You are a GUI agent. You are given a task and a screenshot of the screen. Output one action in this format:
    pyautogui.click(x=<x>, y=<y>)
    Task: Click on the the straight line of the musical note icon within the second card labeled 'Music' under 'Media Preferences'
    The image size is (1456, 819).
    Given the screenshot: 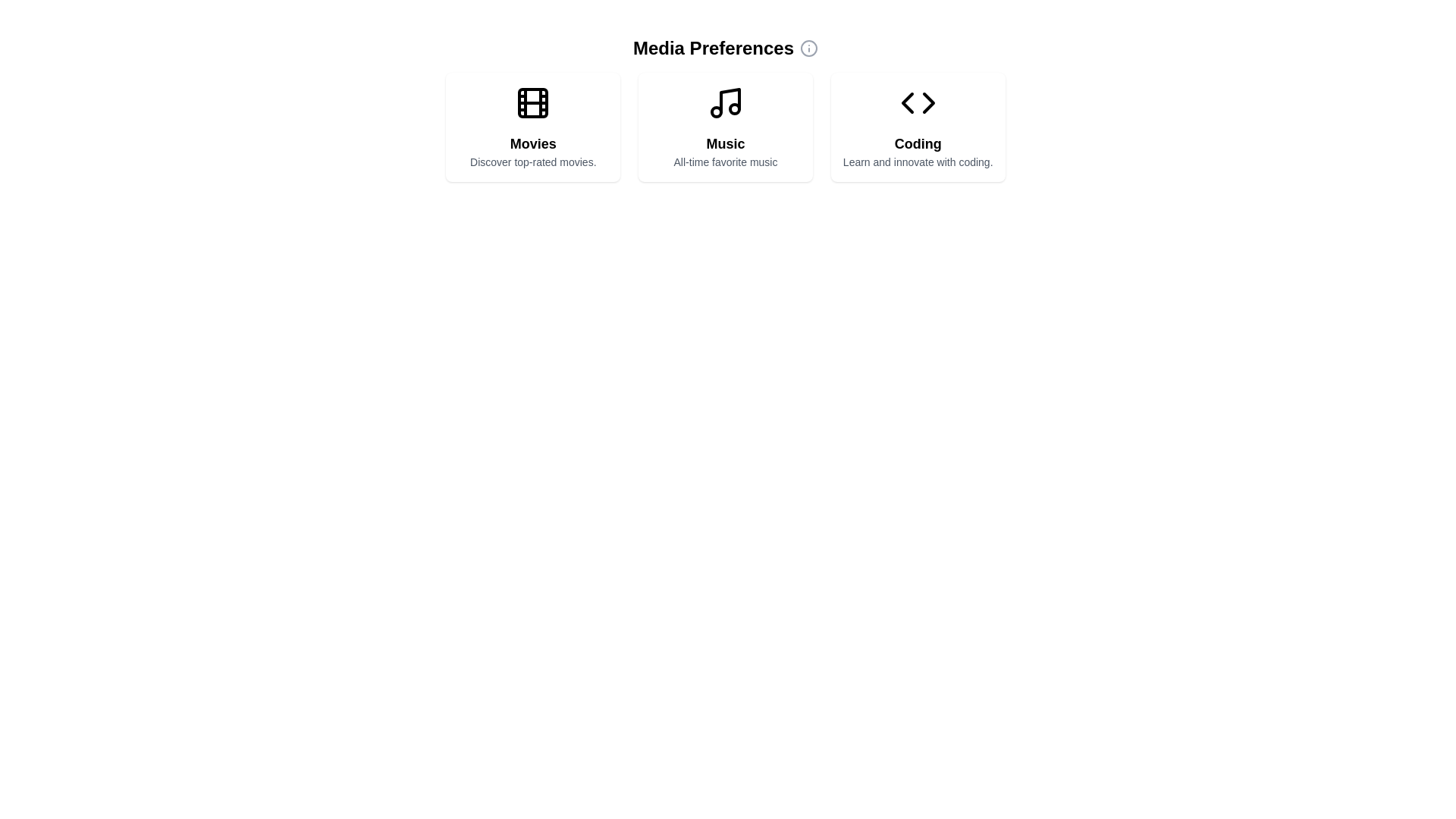 What is the action you would take?
    pyautogui.click(x=730, y=100)
    